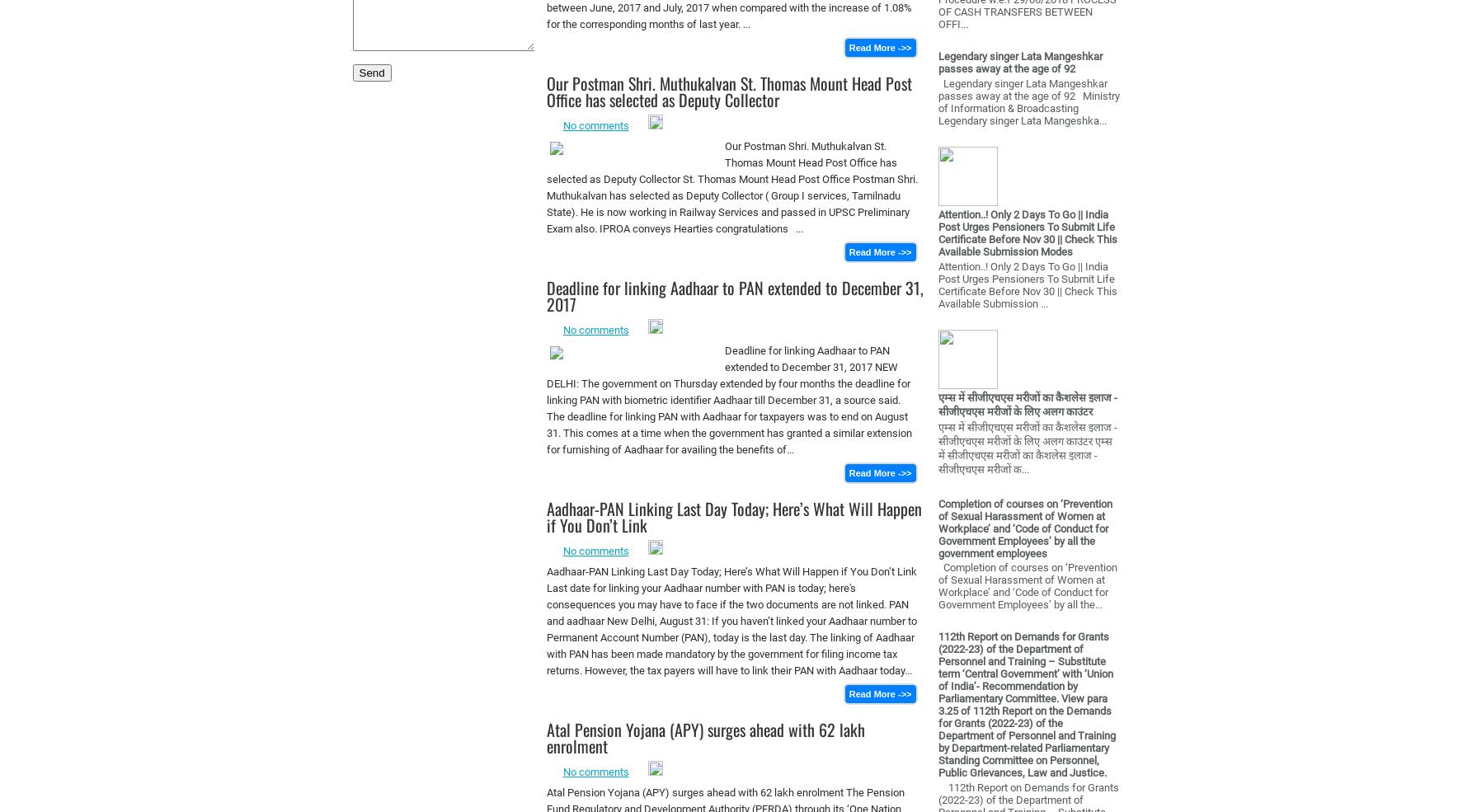 This screenshot has height=812, width=1472. I want to click on 'Deadline for linking Aadhaar to PAN extended to December 31, 2017











NEW DELHI: The government on Thursday extended by four months the deadline for linking PAN with biometric identifier Aadhaar till December 31, a source said.



The deadline for linking PAN with Aadhaar for taxpayers was to end on August 31.



This comes at a time when the government has granted a similar extension for furnishing of Aadhaar for availing the benefits of...', so click(728, 399).